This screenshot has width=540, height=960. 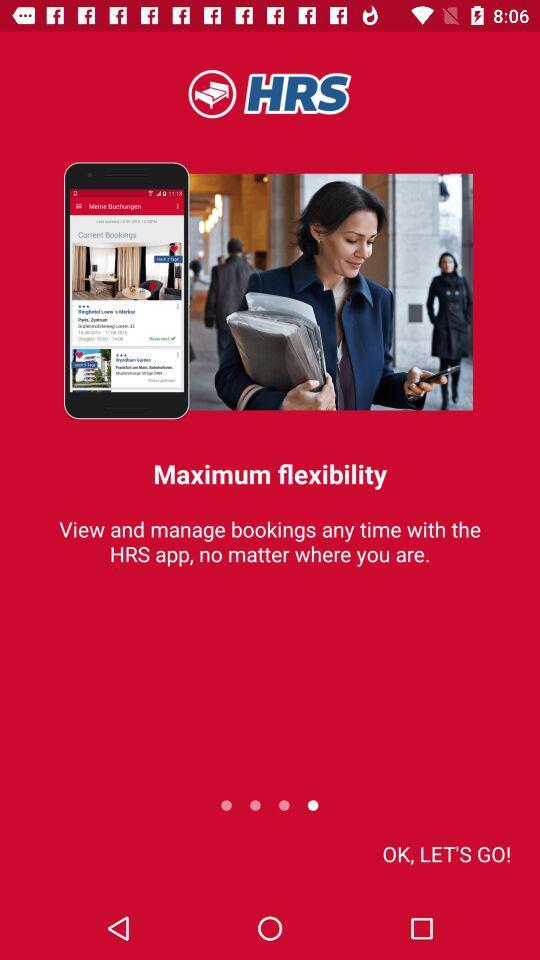 What do you see at coordinates (446, 852) in the screenshot?
I see `ok let s item` at bounding box center [446, 852].